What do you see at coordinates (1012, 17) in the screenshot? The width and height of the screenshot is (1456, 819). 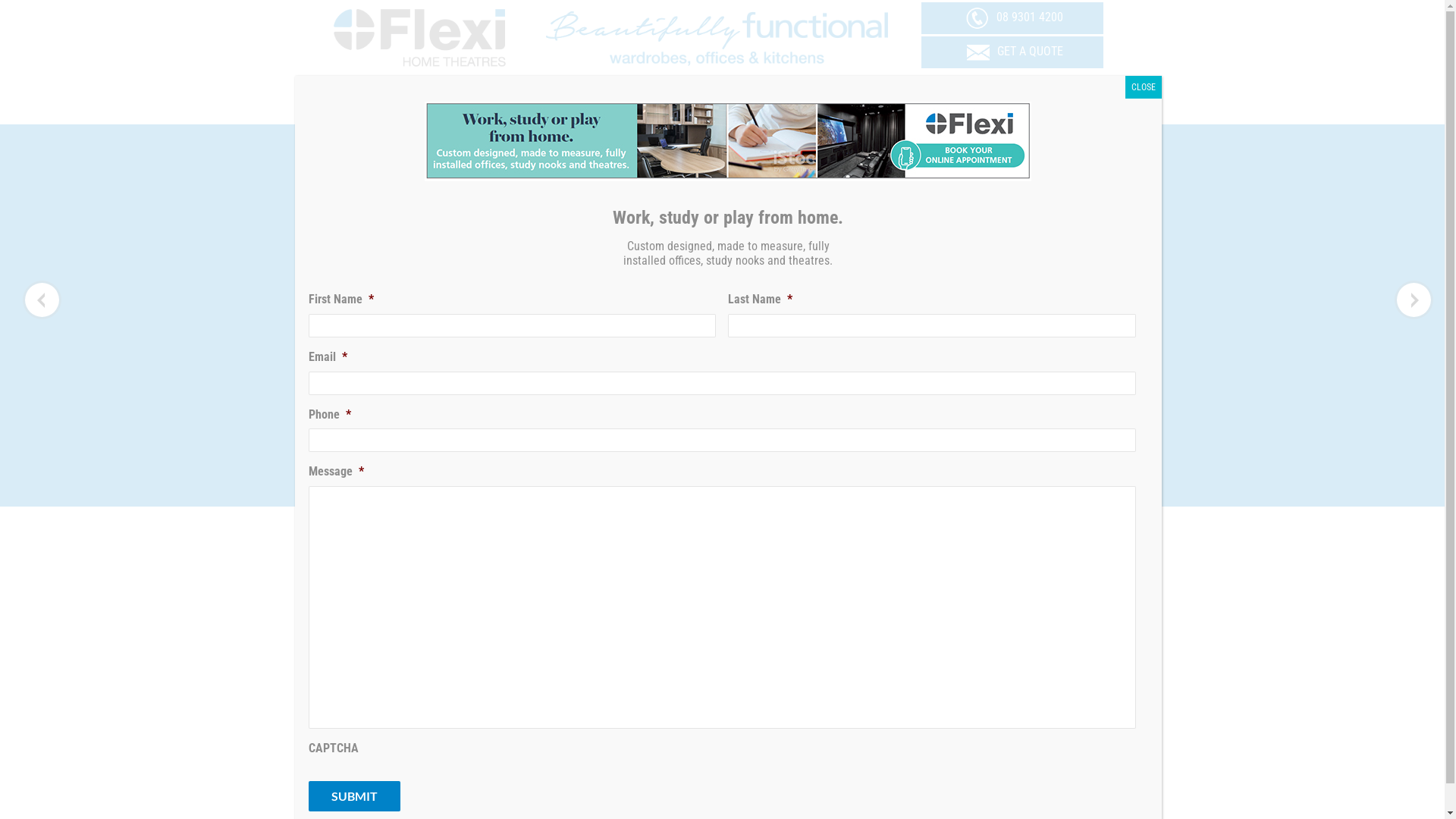 I see `'08 9301 4200'` at bounding box center [1012, 17].